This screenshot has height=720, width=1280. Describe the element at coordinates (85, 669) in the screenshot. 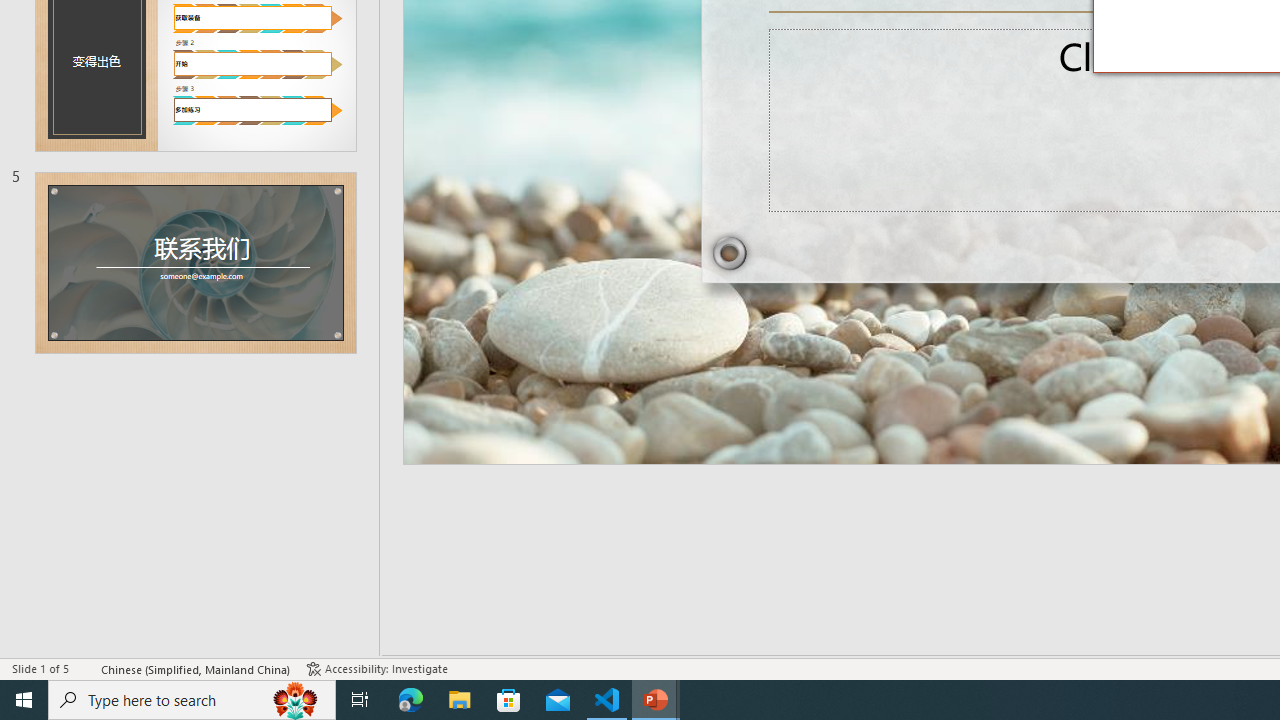

I see `'Spell Check '` at that location.